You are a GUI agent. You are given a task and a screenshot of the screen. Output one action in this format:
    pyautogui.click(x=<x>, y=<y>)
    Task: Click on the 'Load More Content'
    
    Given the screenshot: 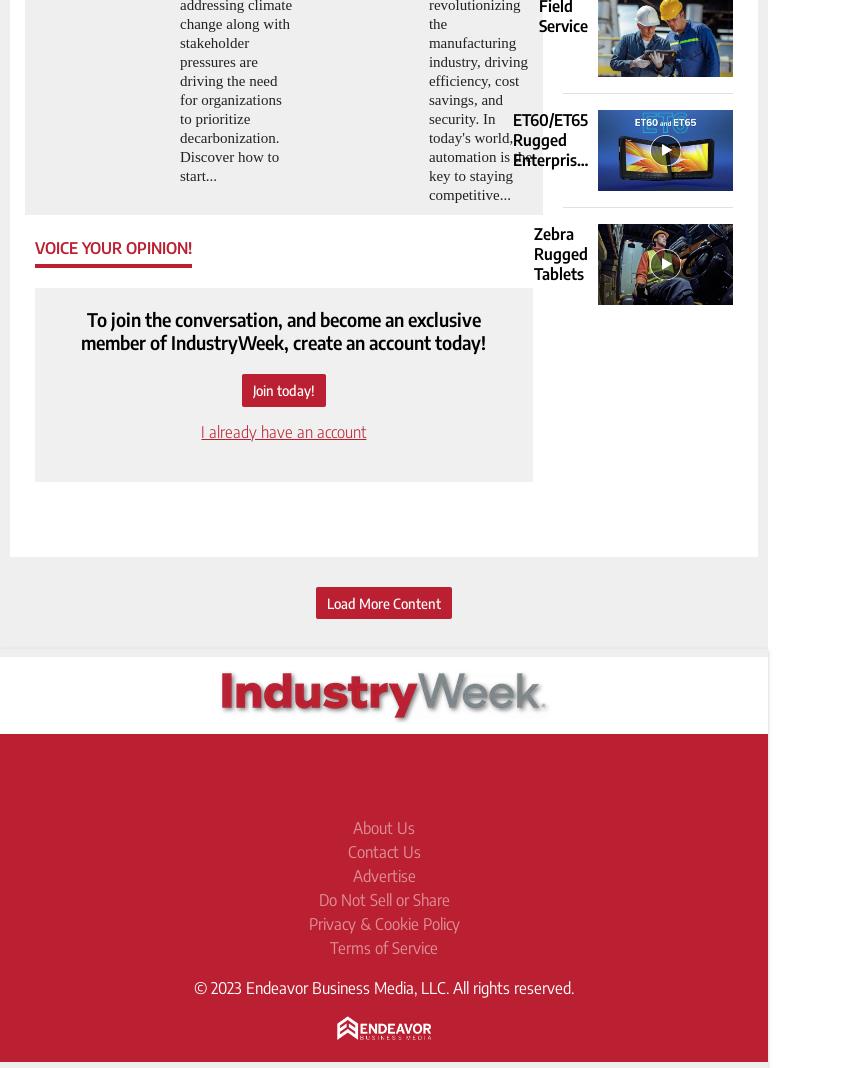 What is the action you would take?
    pyautogui.click(x=384, y=601)
    